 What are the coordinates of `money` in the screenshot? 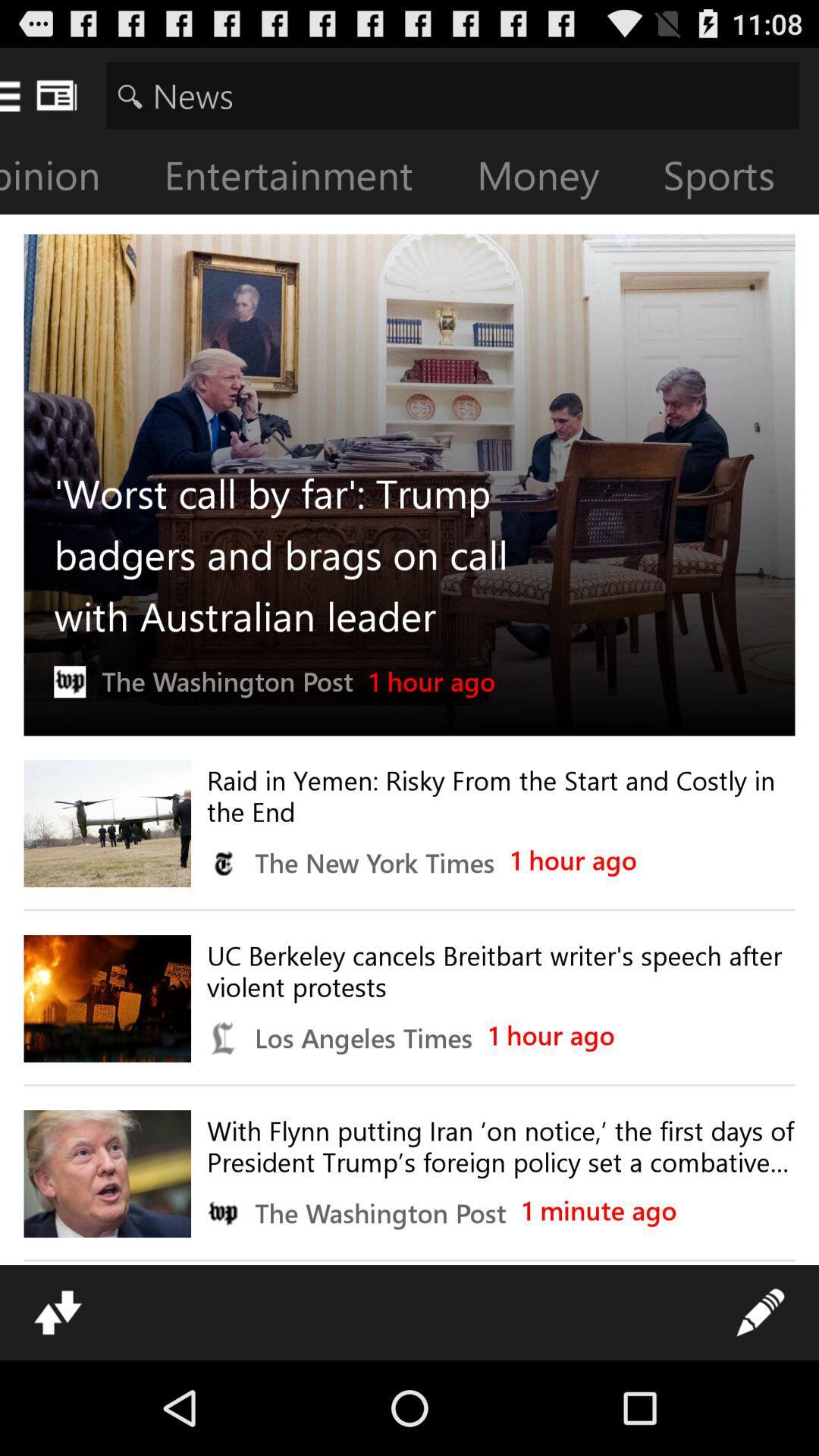 It's located at (550, 178).